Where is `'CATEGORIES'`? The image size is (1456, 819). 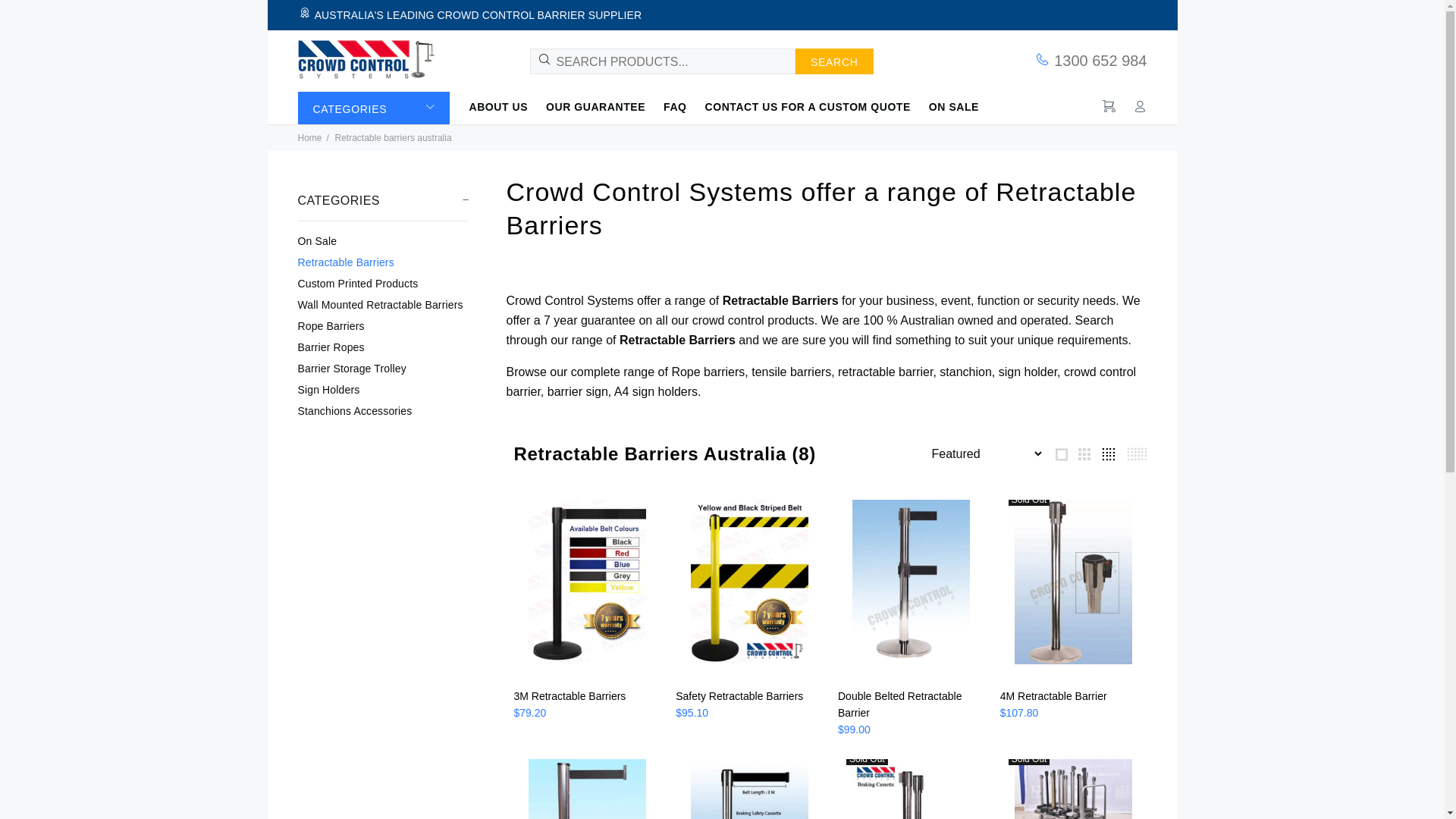
'CATEGORIES' is located at coordinates (372, 107).